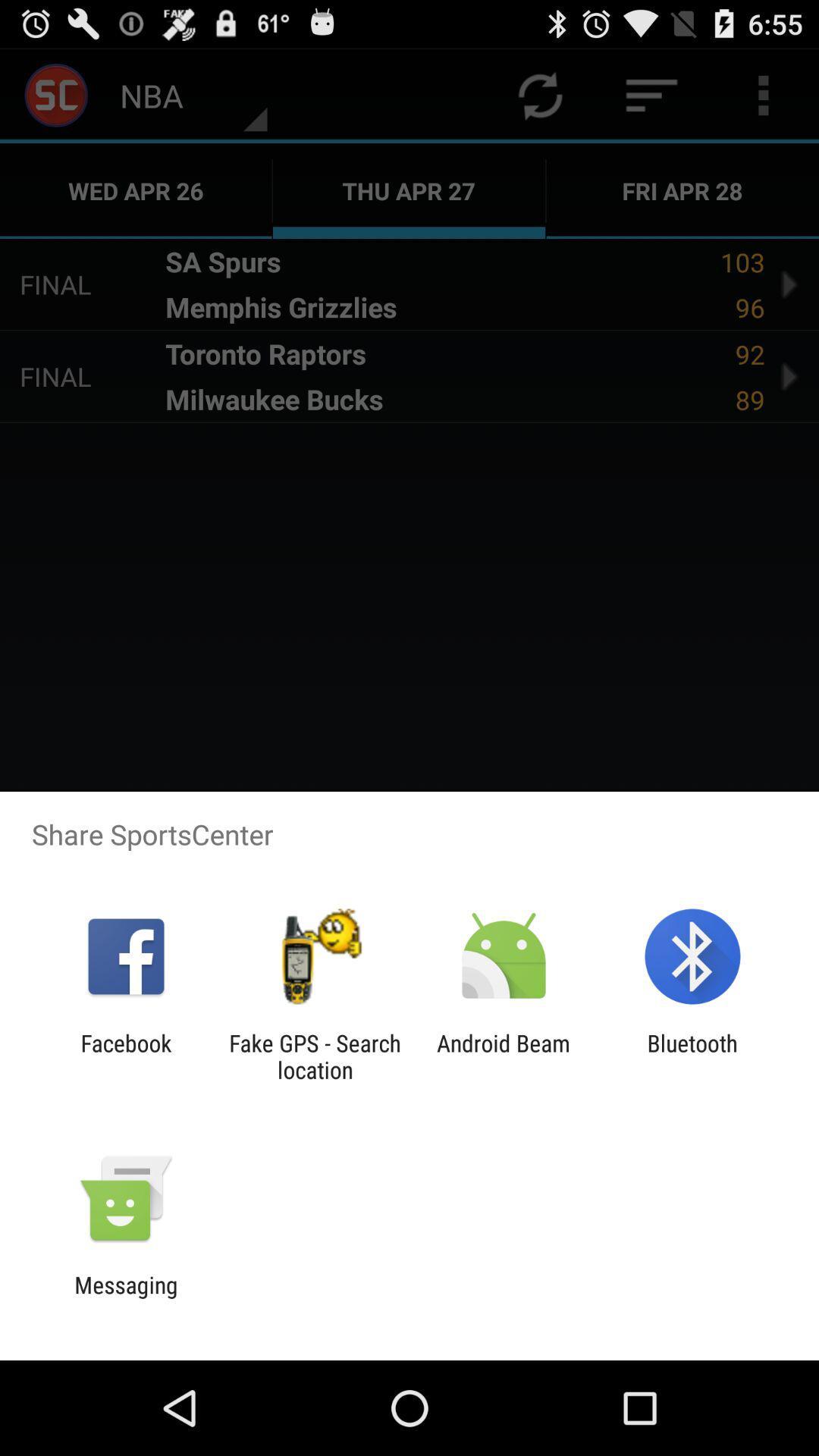 Image resolution: width=819 pixels, height=1456 pixels. What do you see at coordinates (504, 1056) in the screenshot?
I see `app to the left of the bluetooth` at bounding box center [504, 1056].